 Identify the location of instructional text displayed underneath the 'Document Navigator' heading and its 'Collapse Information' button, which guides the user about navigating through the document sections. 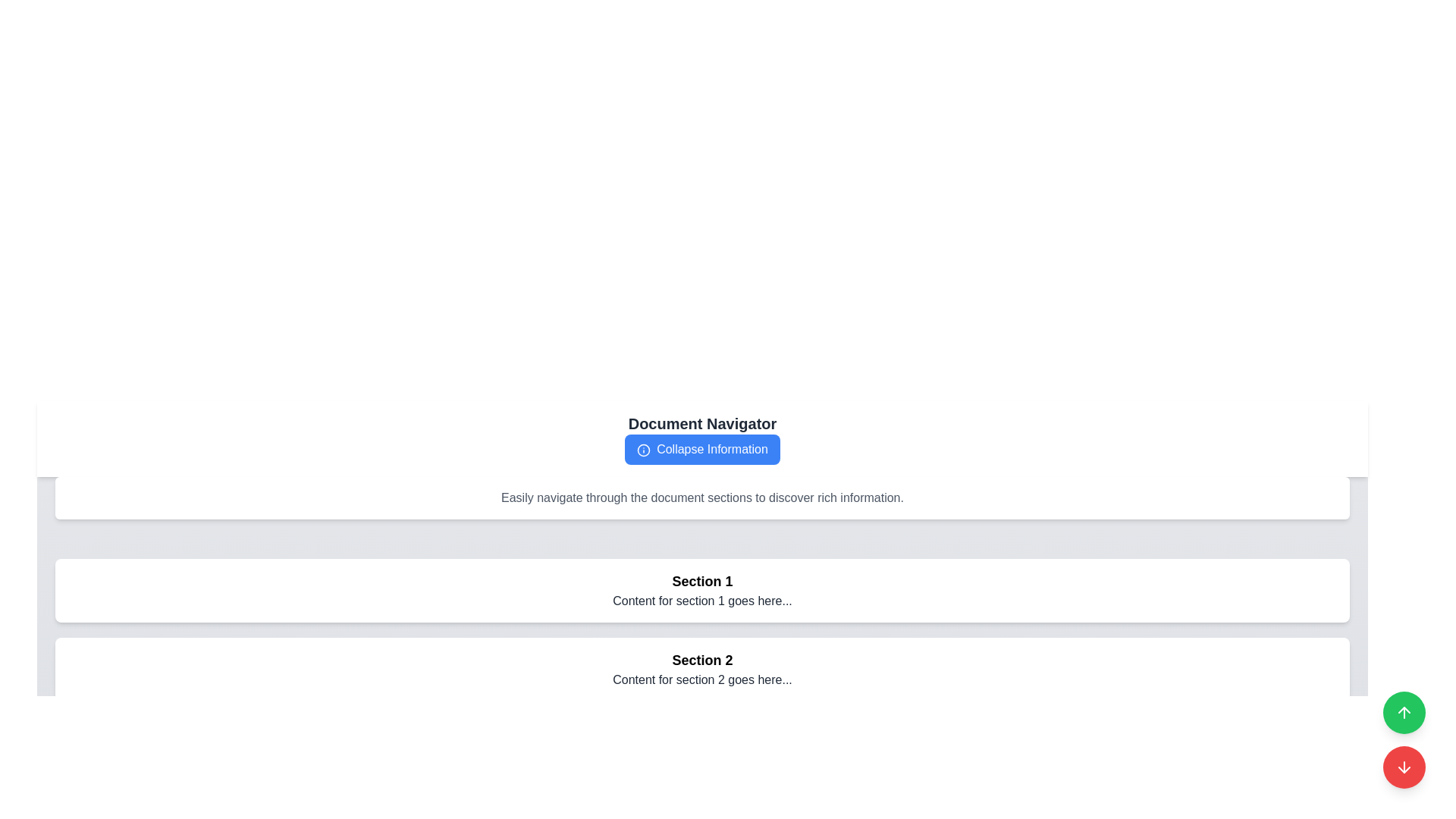
(701, 497).